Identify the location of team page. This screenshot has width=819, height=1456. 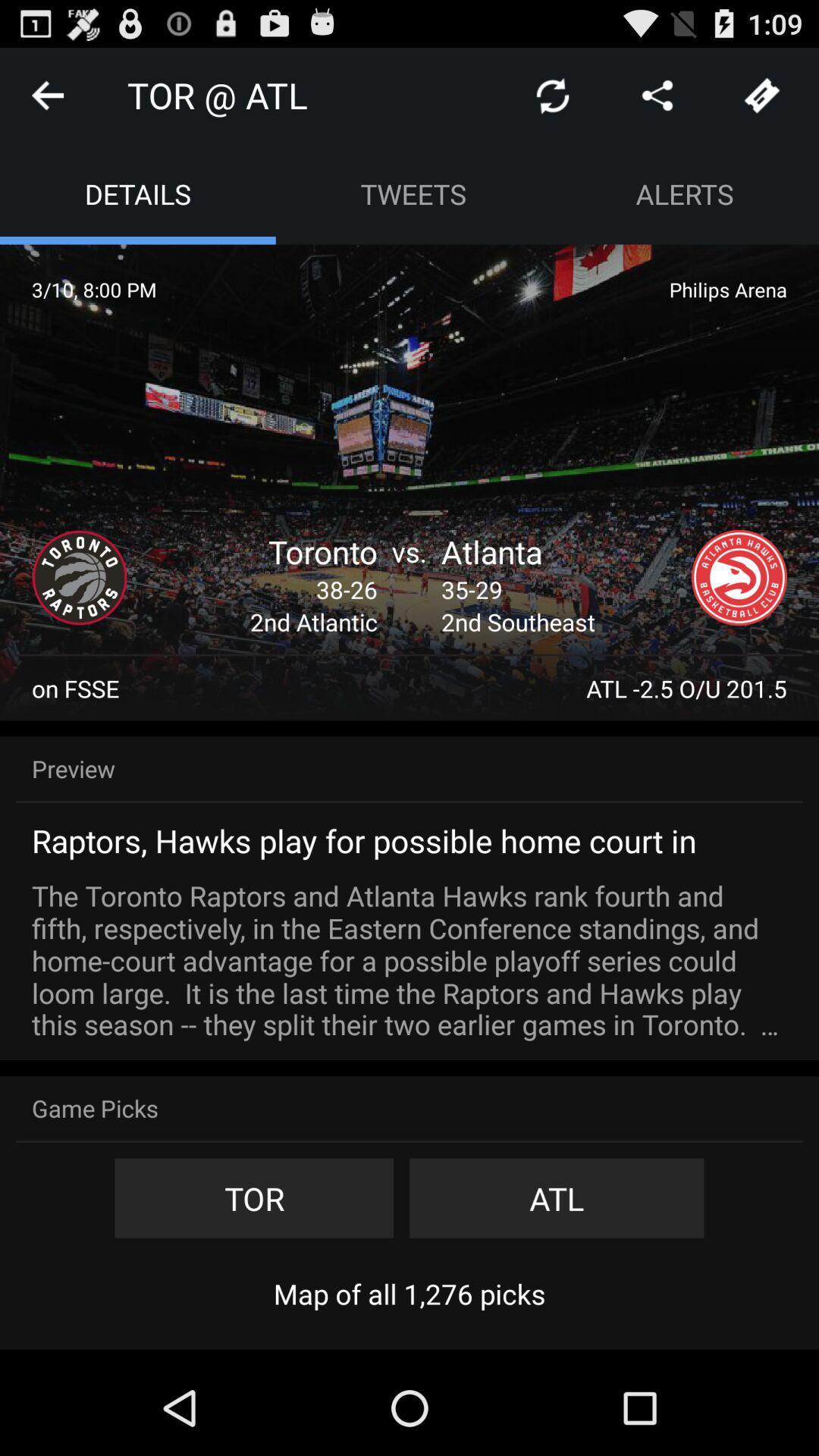
(79, 577).